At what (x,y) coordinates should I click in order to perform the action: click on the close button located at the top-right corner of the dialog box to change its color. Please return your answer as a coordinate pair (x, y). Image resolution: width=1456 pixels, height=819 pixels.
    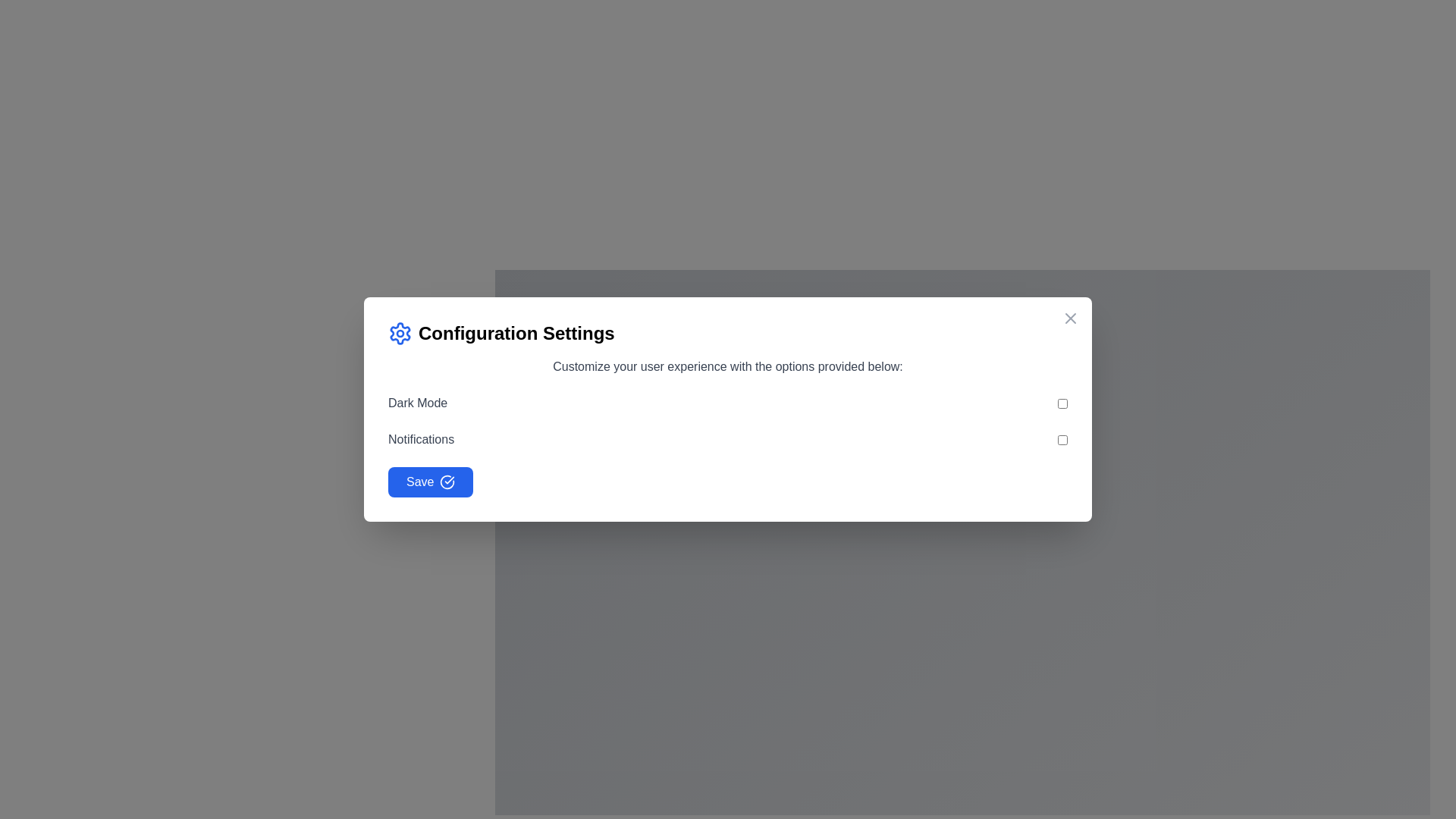
    Looking at the image, I should click on (1069, 318).